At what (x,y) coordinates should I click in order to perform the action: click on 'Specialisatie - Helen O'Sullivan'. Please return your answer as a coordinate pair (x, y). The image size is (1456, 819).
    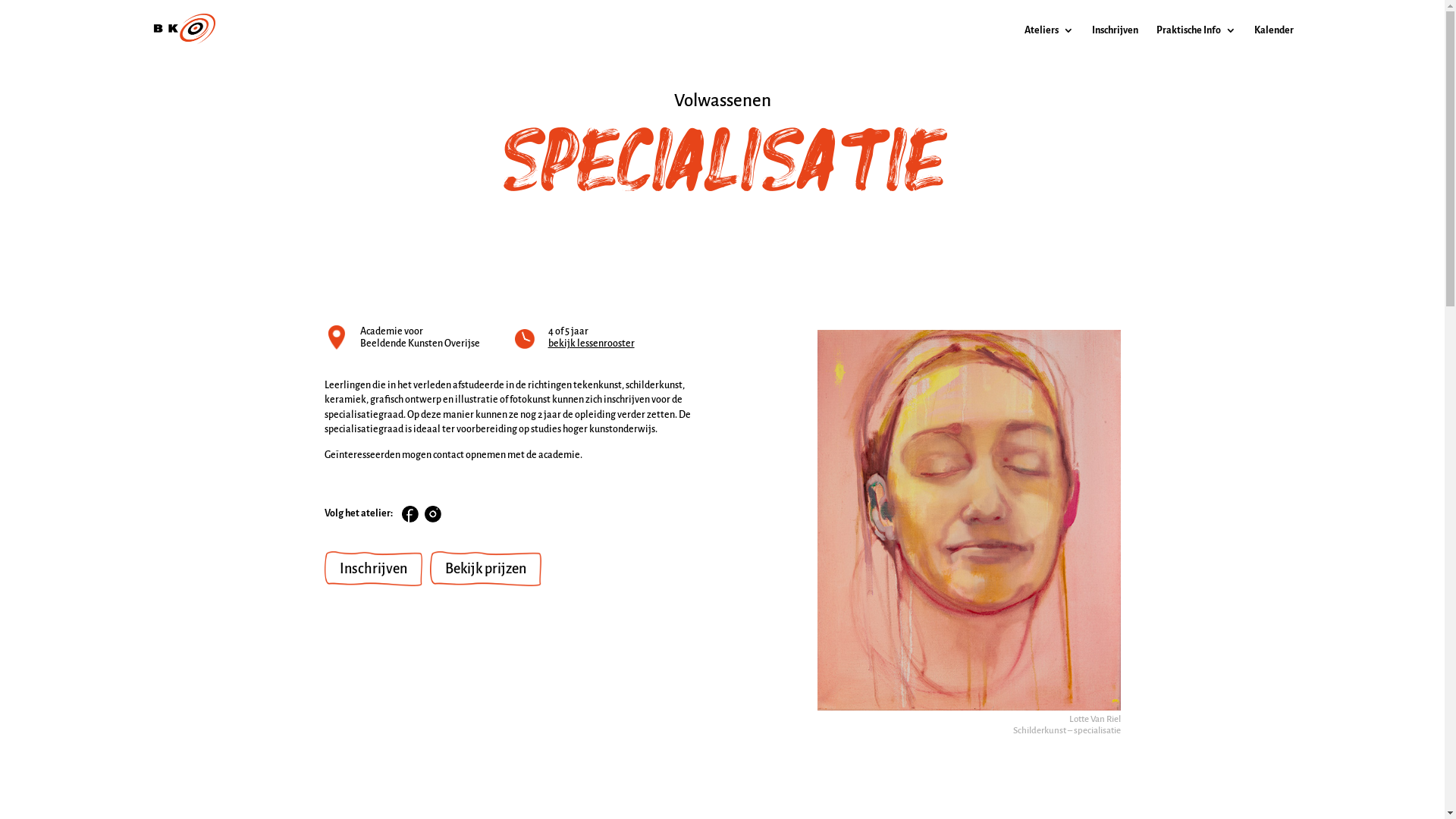
    Looking at the image, I should click on (968, 519).